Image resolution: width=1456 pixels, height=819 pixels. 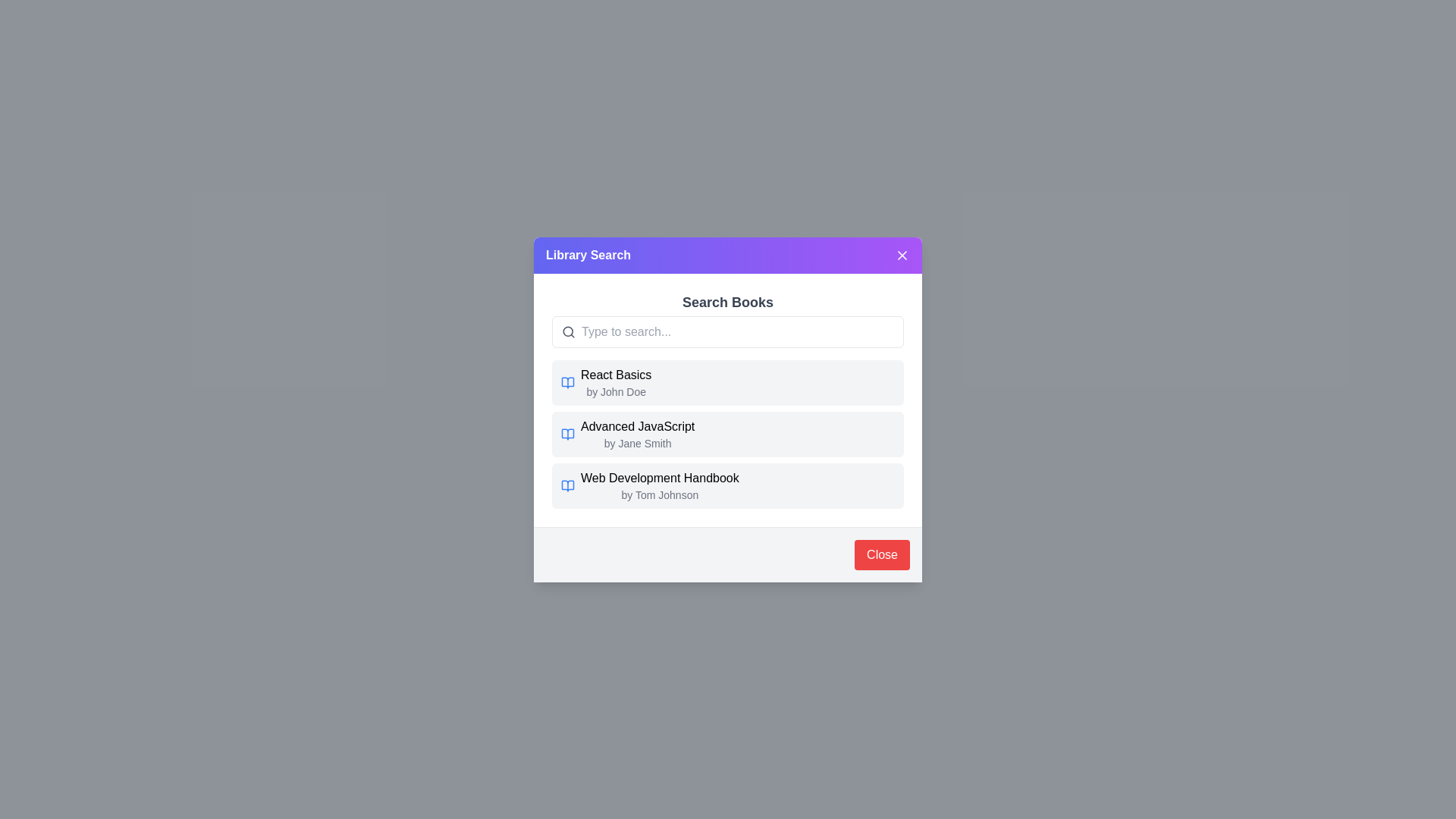 I want to click on the Close button icon in the top-right corner of the 'Library Search' header, so click(x=902, y=254).